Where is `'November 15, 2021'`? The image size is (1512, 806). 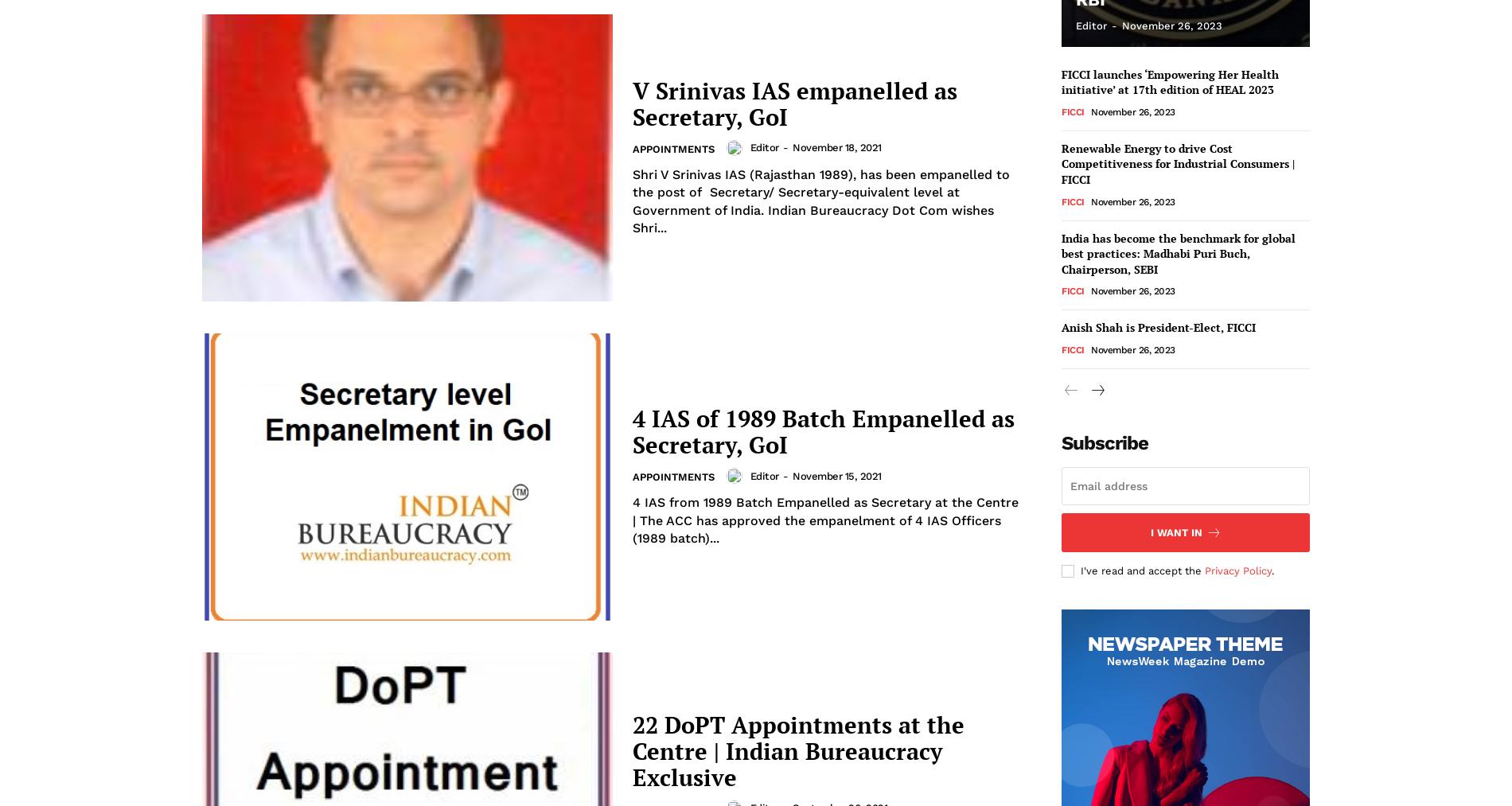
'November 15, 2021' is located at coordinates (836, 475).